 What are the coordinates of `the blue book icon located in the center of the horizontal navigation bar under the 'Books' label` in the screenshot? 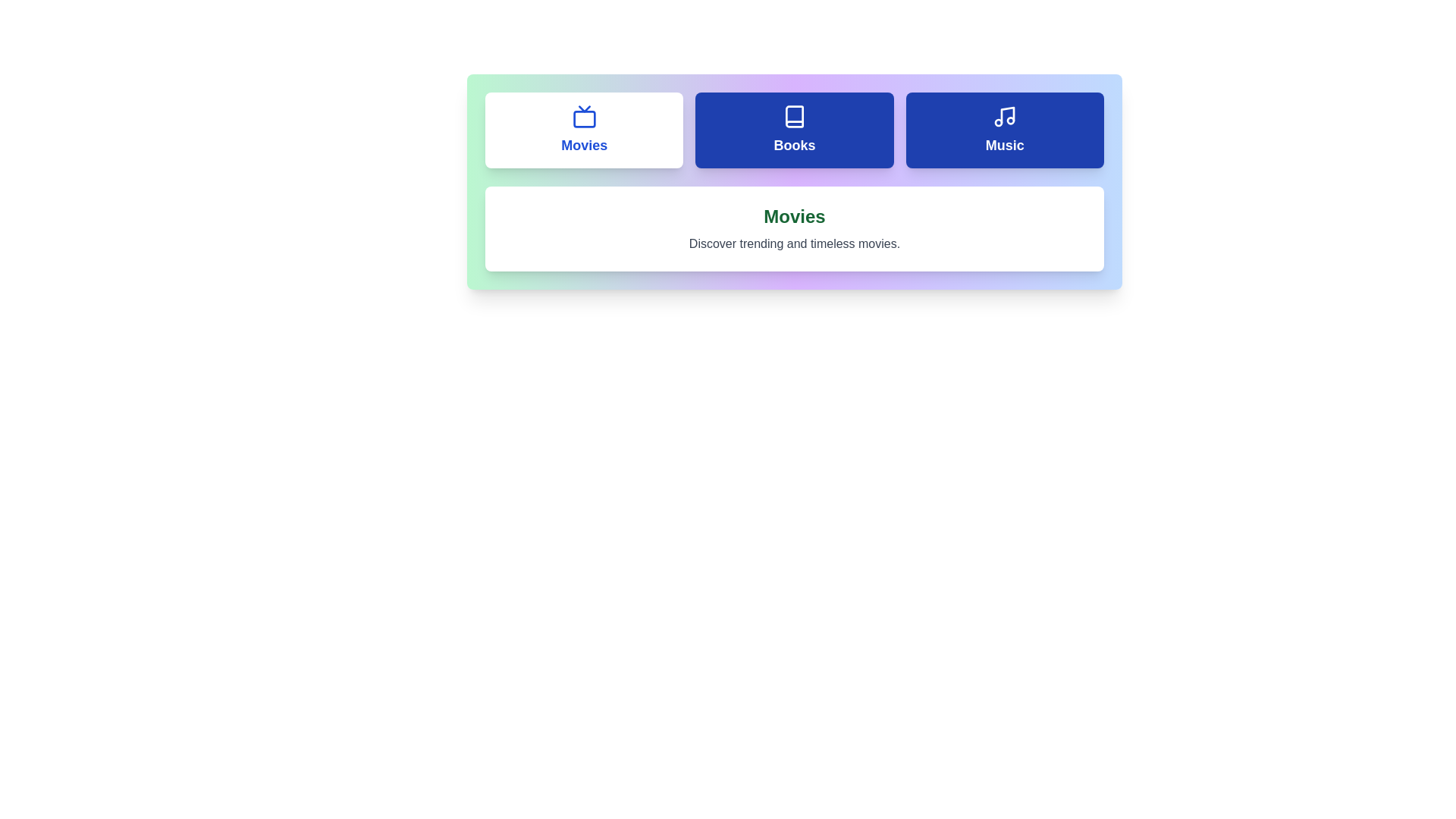 It's located at (793, 116).